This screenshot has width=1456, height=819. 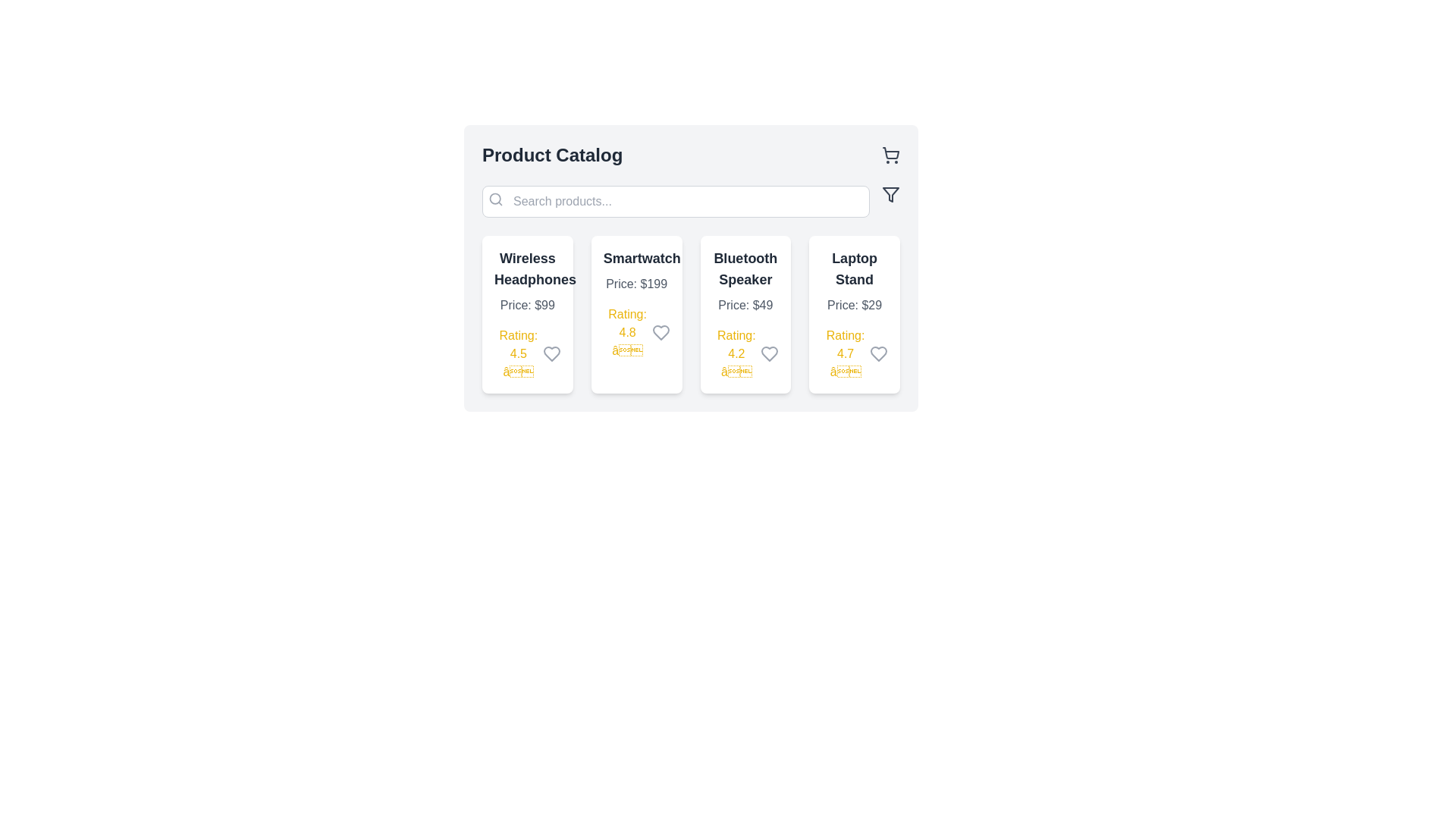 I want to click on the shopping cart icon located at the far right side of the header area labeled 'Product Catalog', so click(x=891, y=155).